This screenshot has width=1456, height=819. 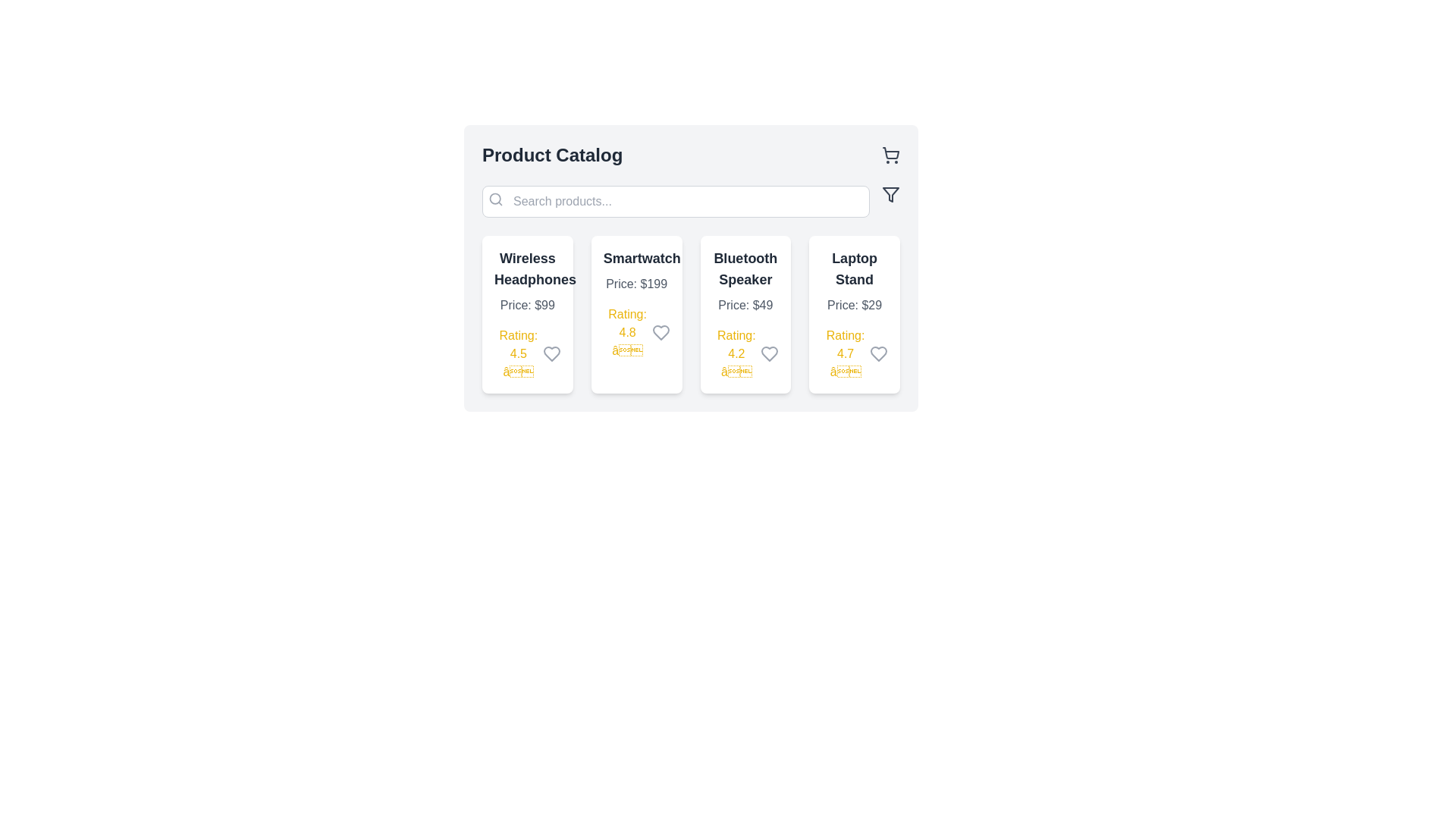 I want to click on the shopping cart icon located at the far right side of the header area labeled 'Product Catalog', so click(x=891, y=155).